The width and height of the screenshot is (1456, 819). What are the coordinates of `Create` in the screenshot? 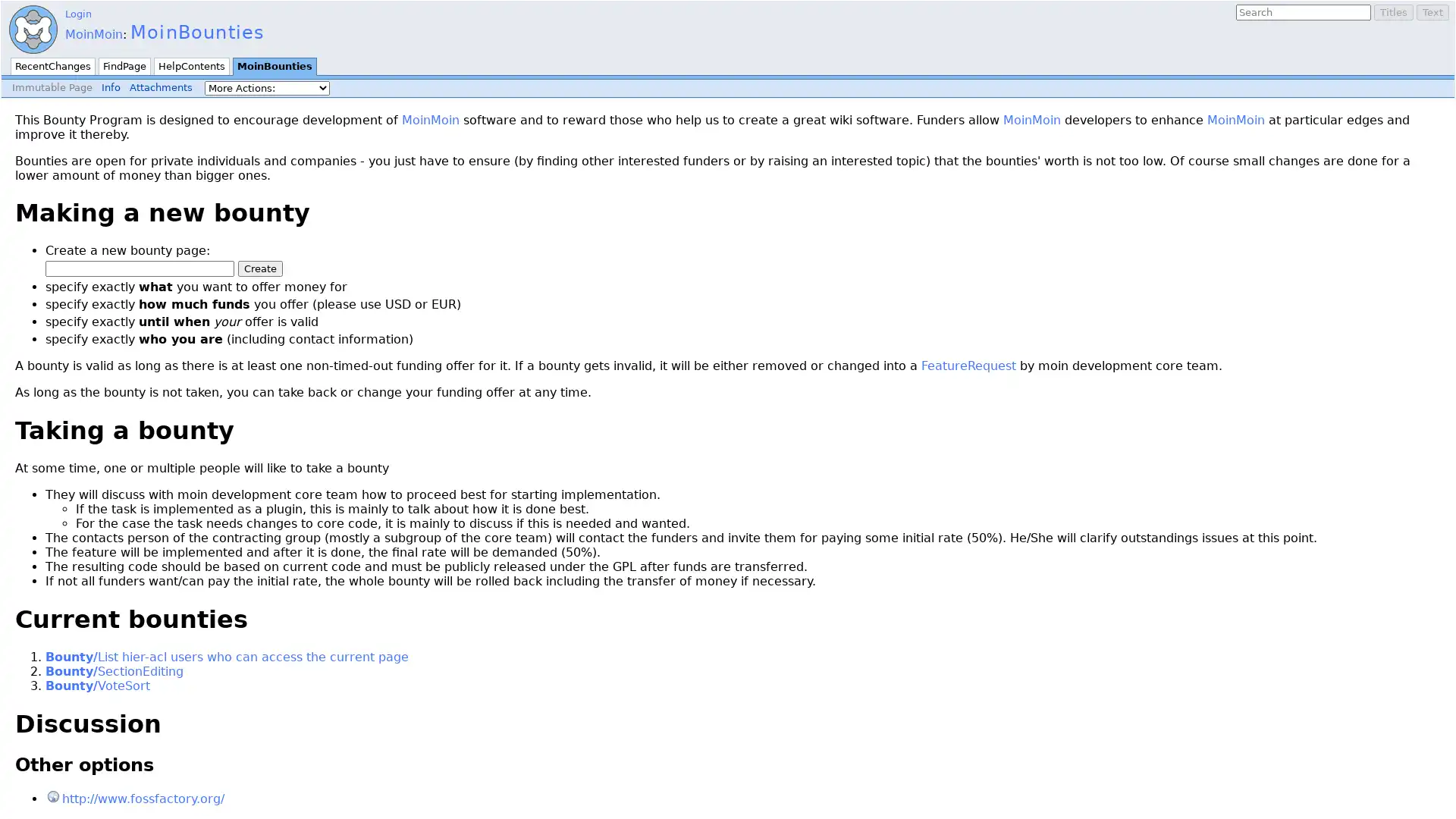 It's located at (260, 268).